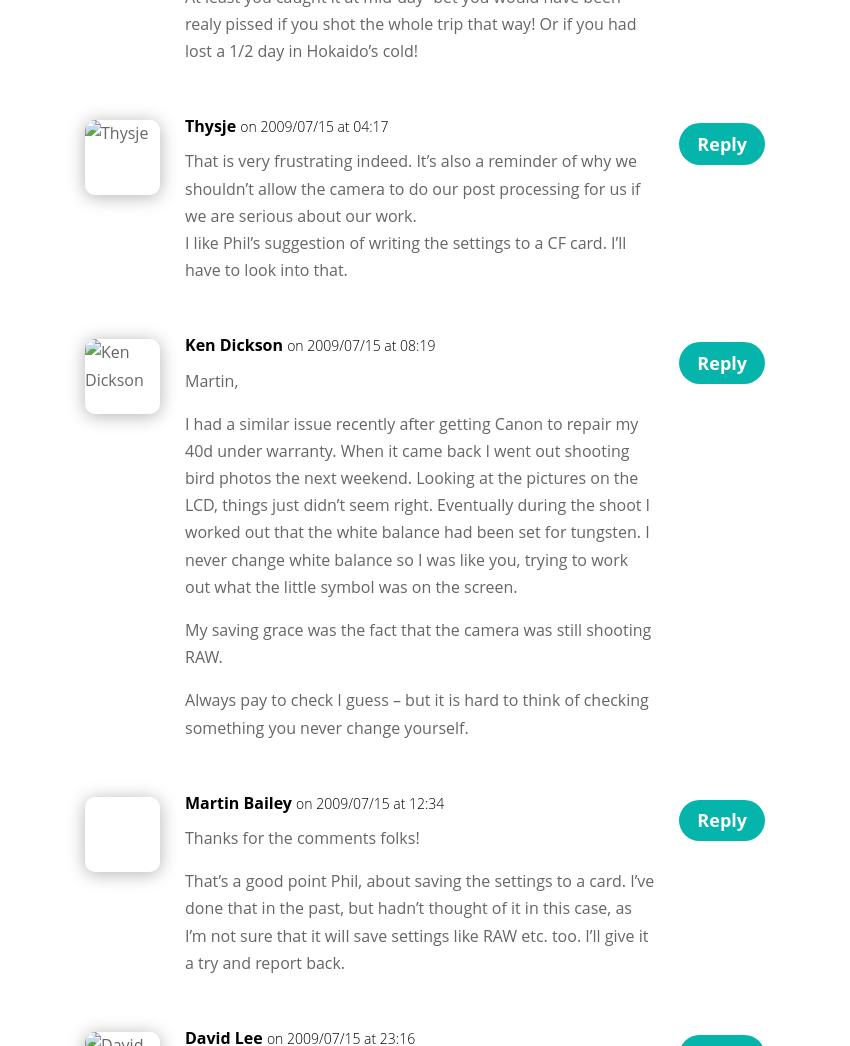 Image resolution: width=850 pixels, height=1046 pixels. What do you see at coordinates (183, 380) in the screenshot?
I see `'Martin,'` at bounding box center [183, 380].